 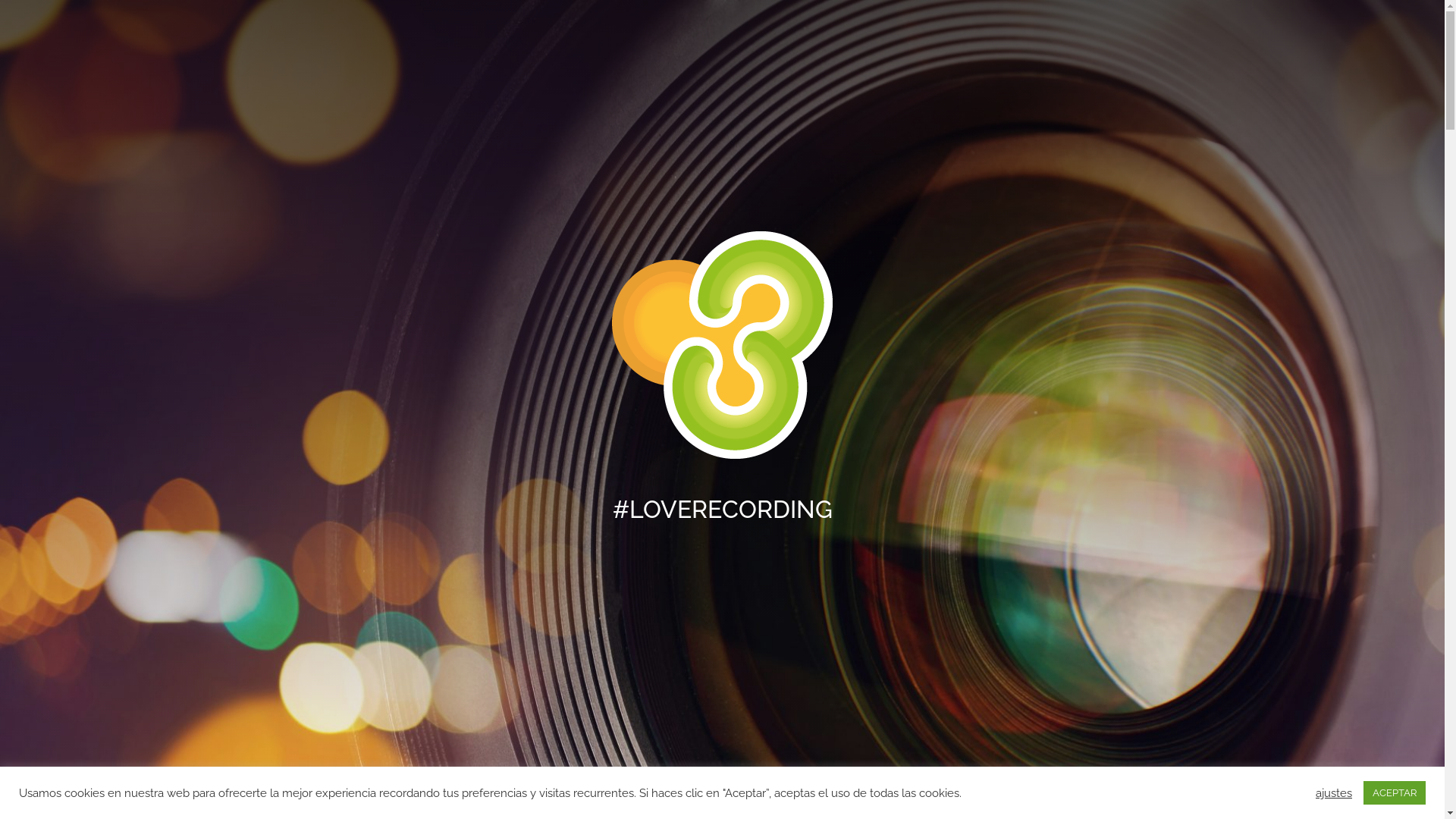 I want to click on 'ACEPTAR', so click(x=1394, y=792).